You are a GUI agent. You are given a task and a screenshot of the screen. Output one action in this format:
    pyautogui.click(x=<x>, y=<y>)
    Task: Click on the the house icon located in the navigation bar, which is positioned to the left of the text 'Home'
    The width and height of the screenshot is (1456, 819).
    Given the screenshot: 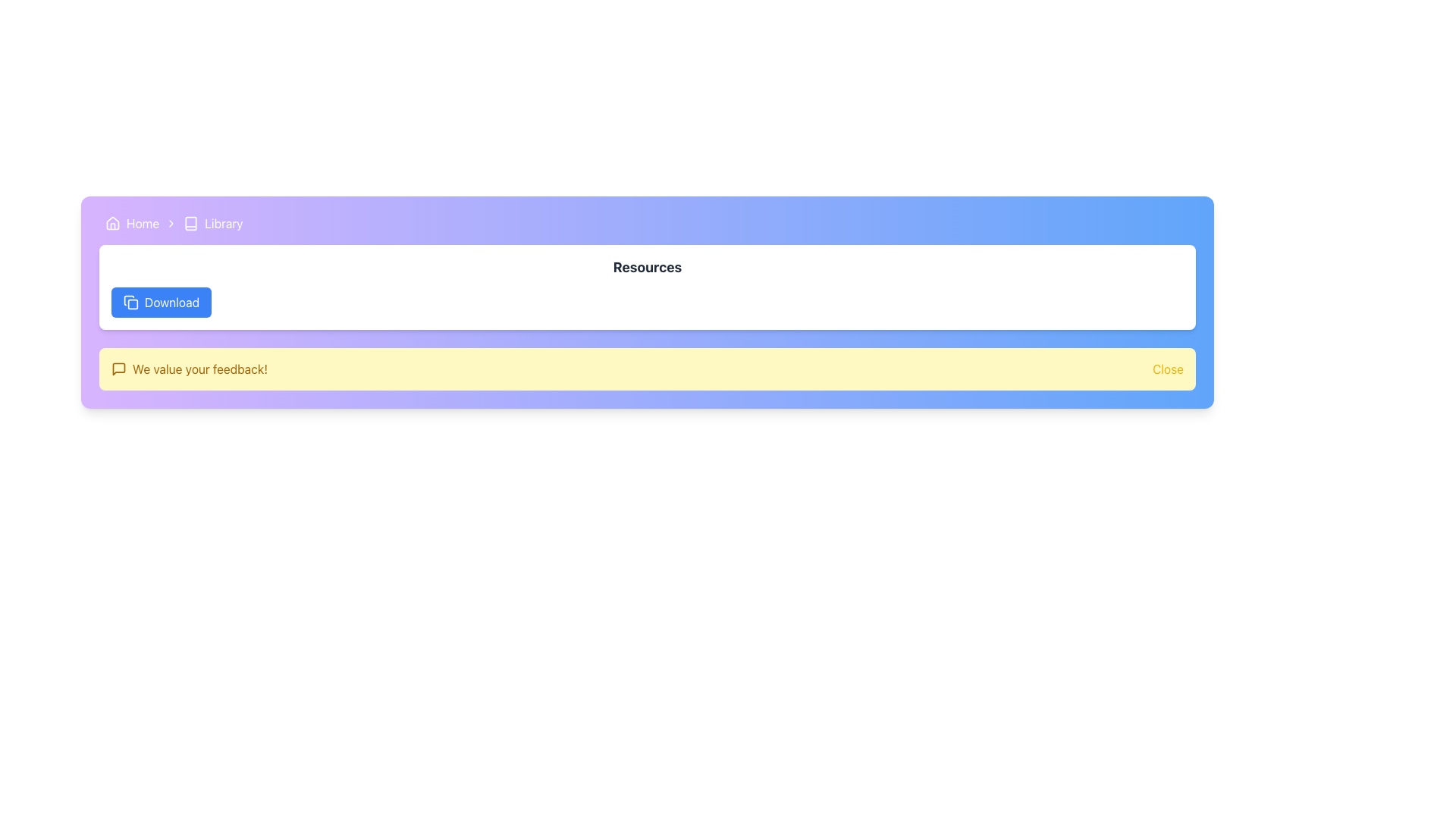 What is the action you would take?
    pyautogui.click(x=111, y=223)
    